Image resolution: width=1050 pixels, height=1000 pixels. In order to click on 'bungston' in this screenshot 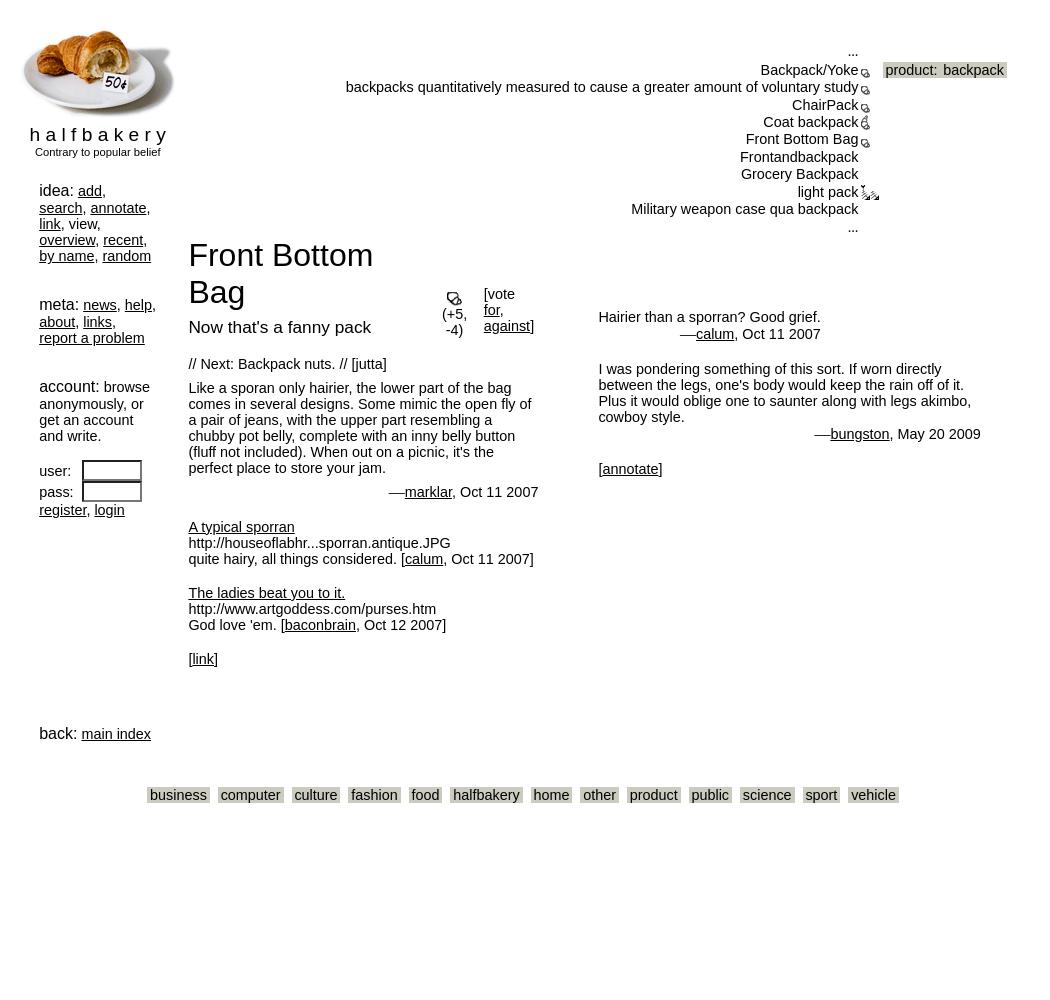, I will do `click(859, 434)`.